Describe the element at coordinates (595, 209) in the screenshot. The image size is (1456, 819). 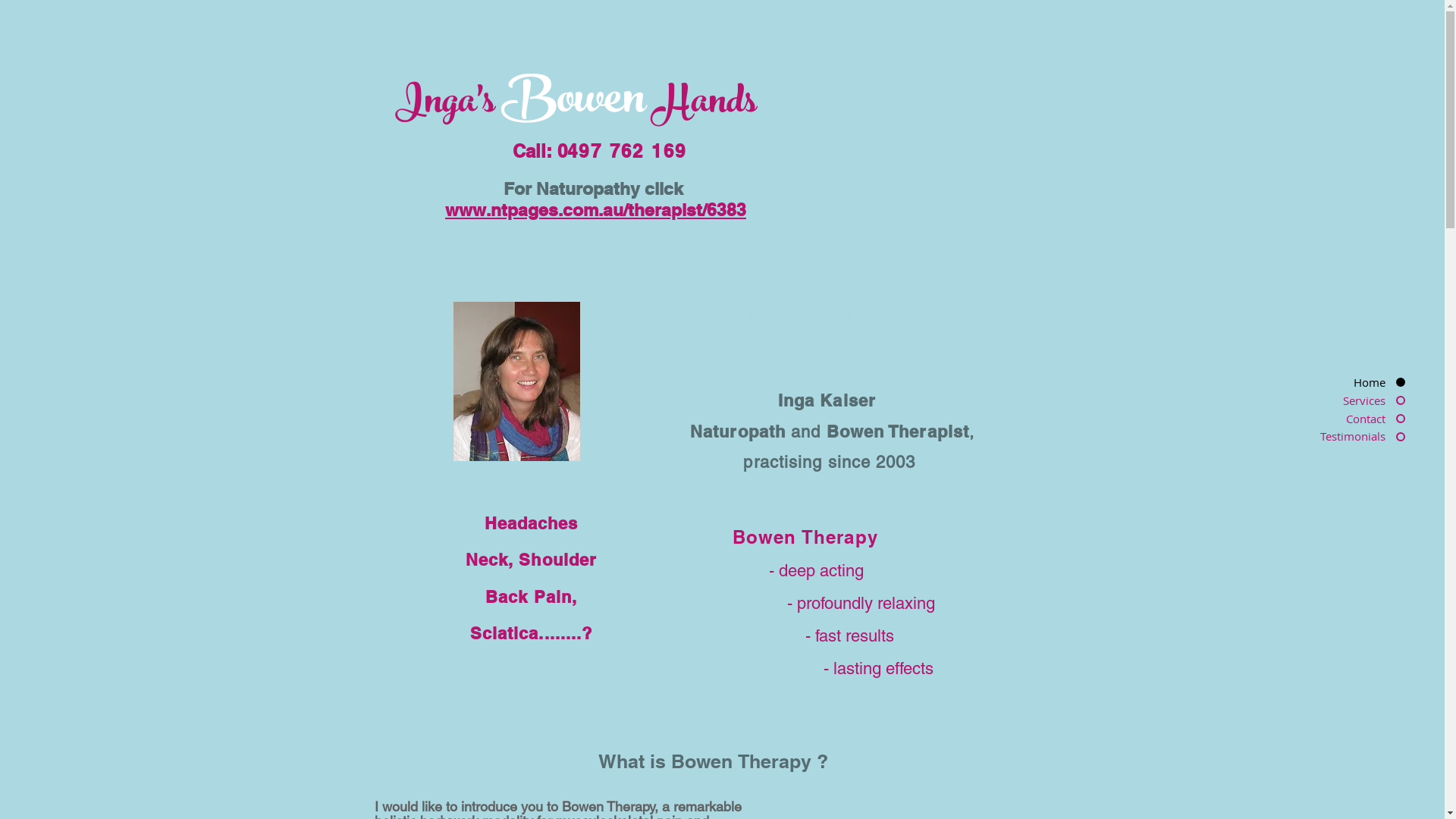
I see `'www.ntpages.com.au/therapist/6383'` at that location.